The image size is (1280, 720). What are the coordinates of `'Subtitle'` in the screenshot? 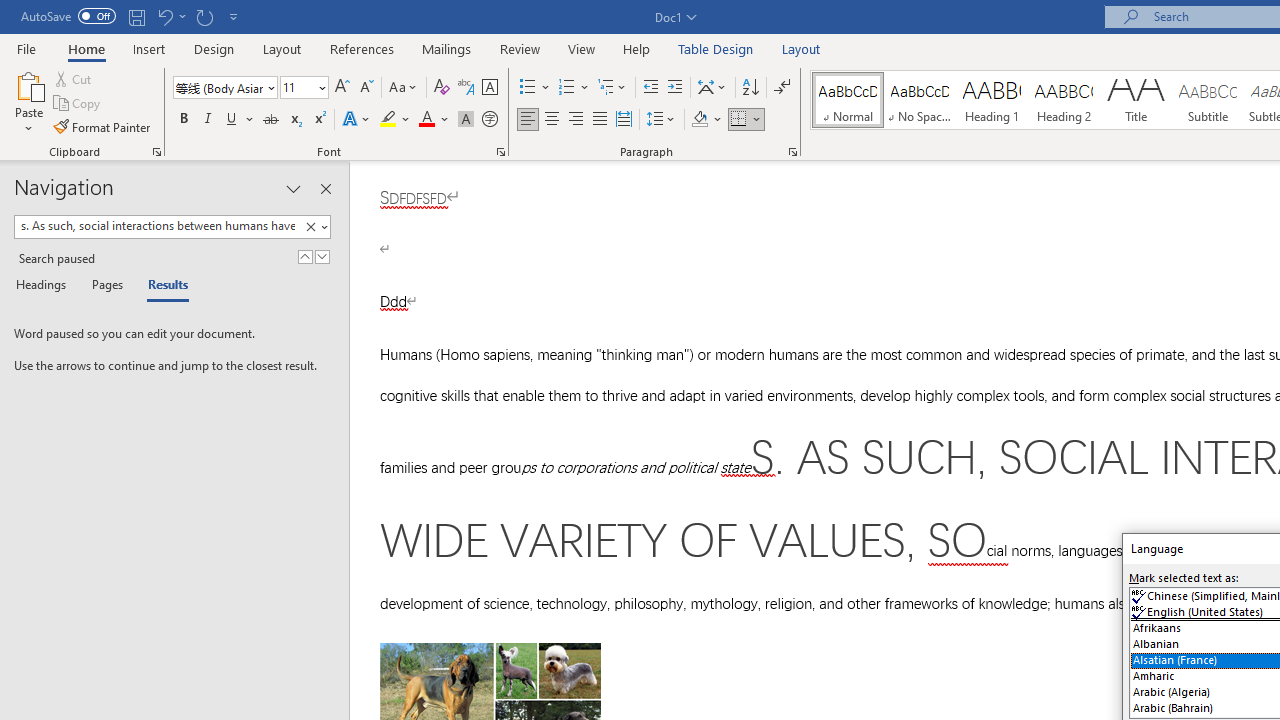 It's located at (1207, 100).